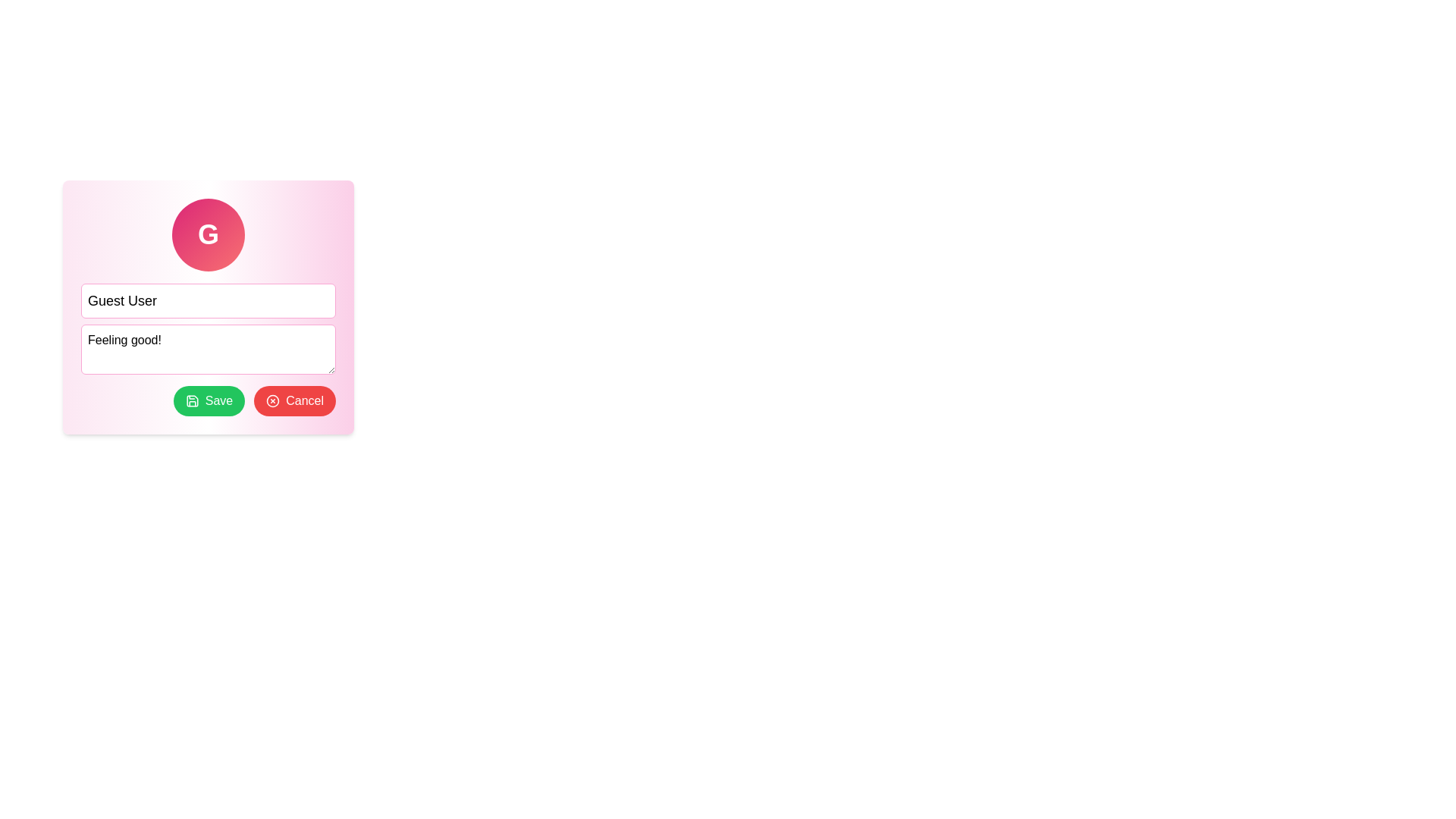 The height and width of the screenshot is (819, 1456). Describe the element at coordinates (295, 400) in the screenshot. I see `the cancel button located at the bottom-right corner of the modal panel` at that location.